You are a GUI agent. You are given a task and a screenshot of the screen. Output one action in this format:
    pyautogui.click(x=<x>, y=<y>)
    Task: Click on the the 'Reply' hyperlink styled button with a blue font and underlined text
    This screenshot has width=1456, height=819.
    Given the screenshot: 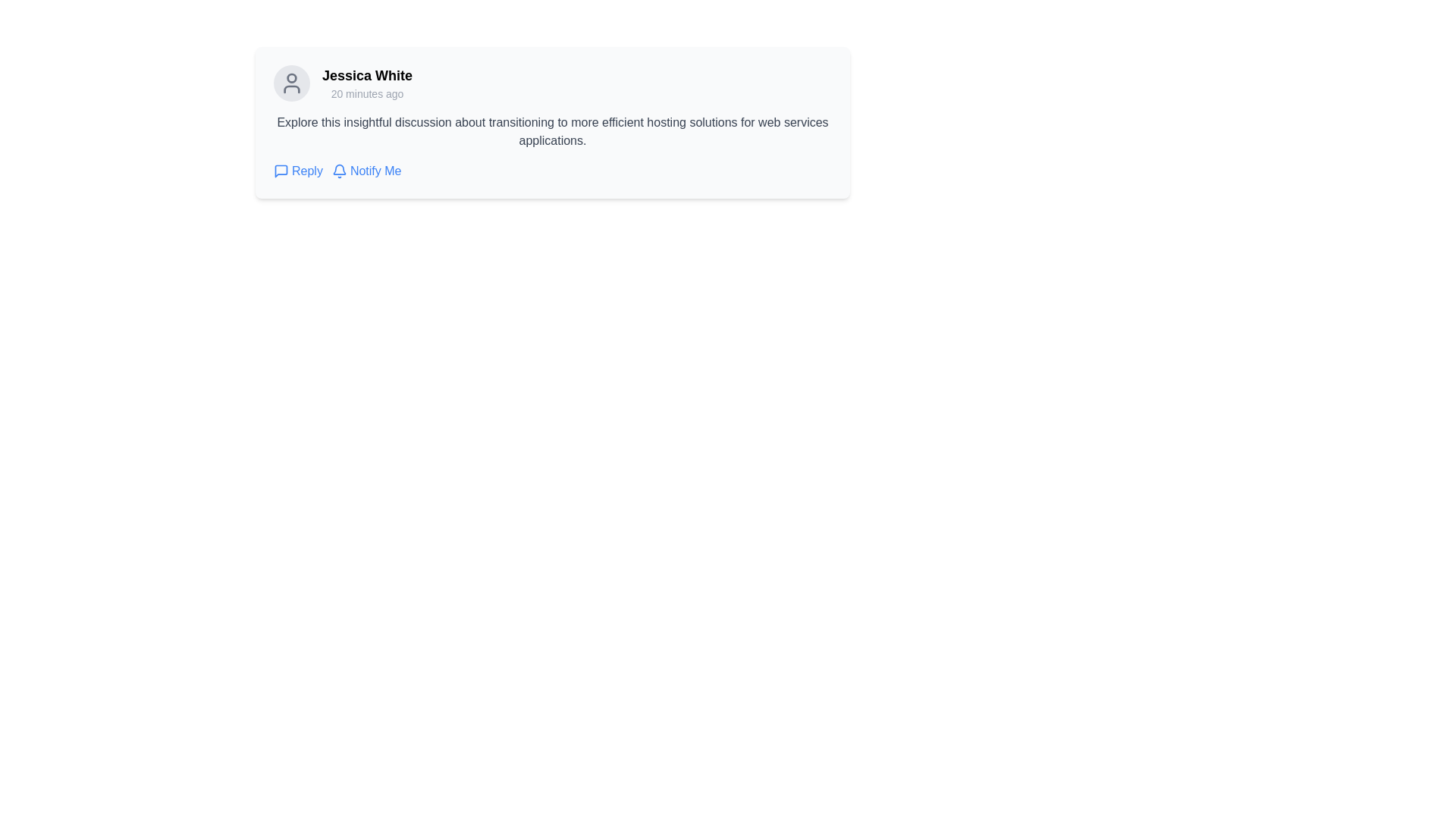 What is the action you would take?
    pyautogui.click(x=298, y=171)
    